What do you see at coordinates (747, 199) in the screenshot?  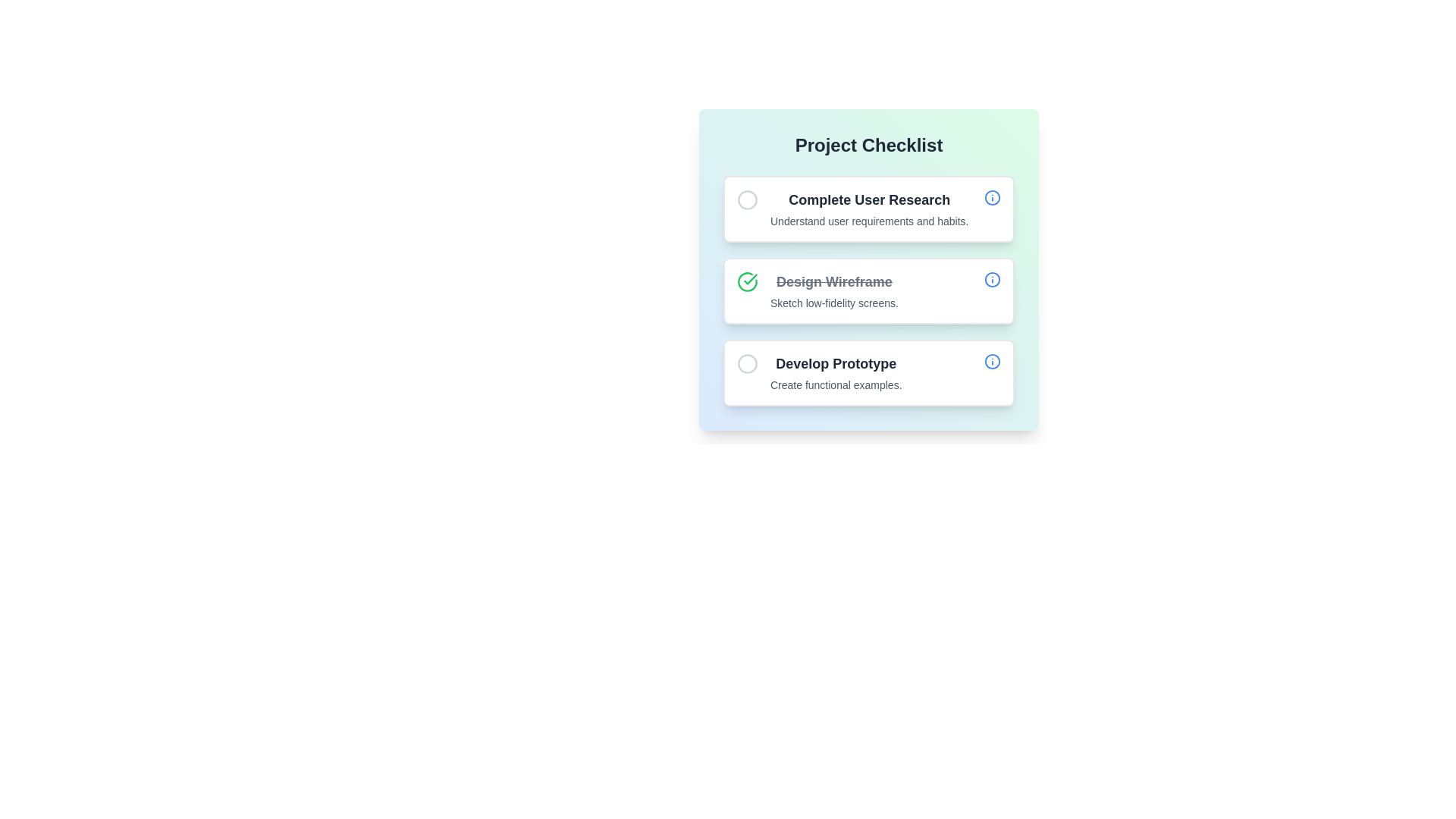 I see `the checkbox or status marker located at the top-left corner of the project checklist` at bounding box center [747, 199].